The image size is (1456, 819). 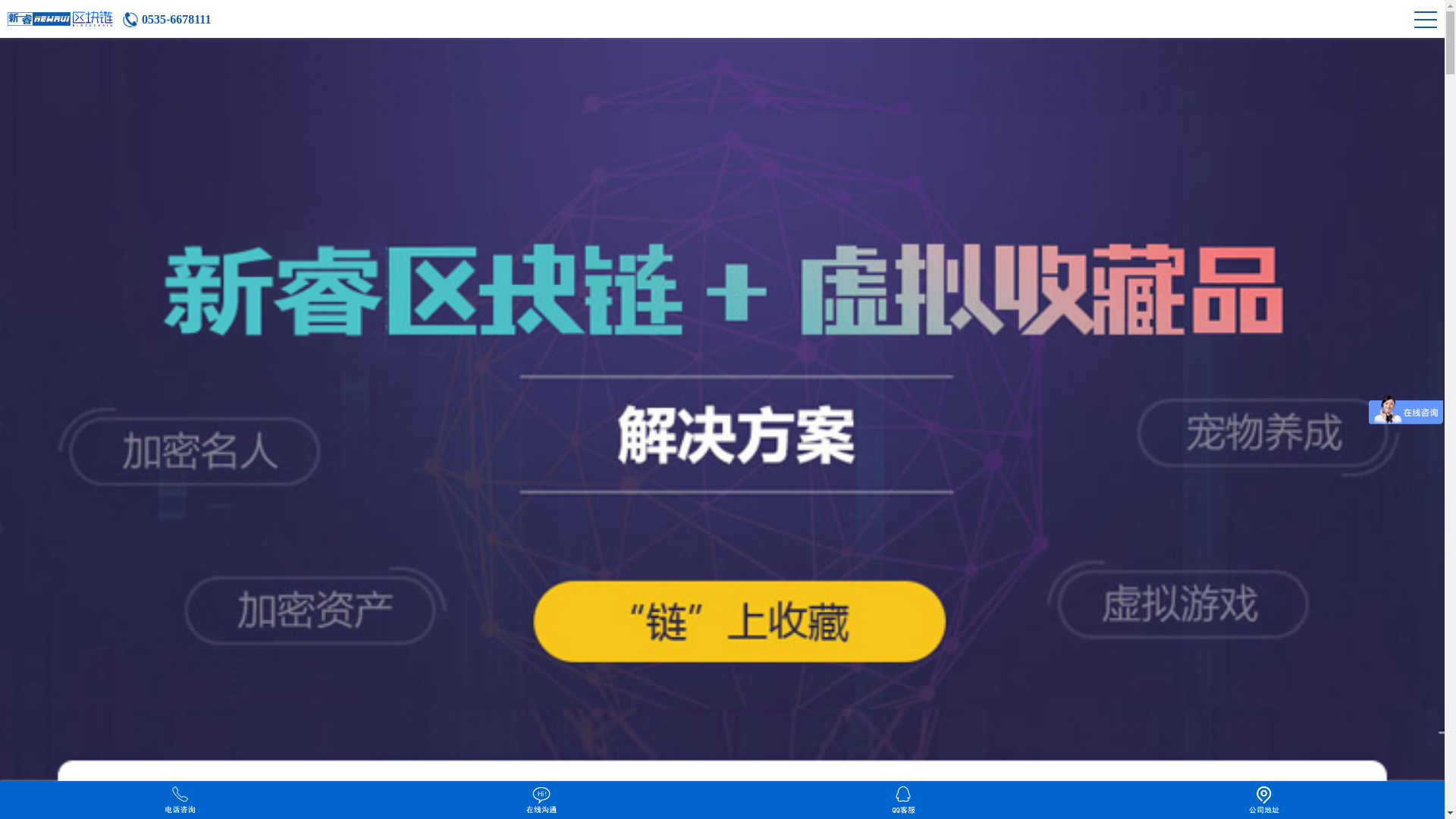 I want to click on '0535-6678111', so click(x=167, y=20).